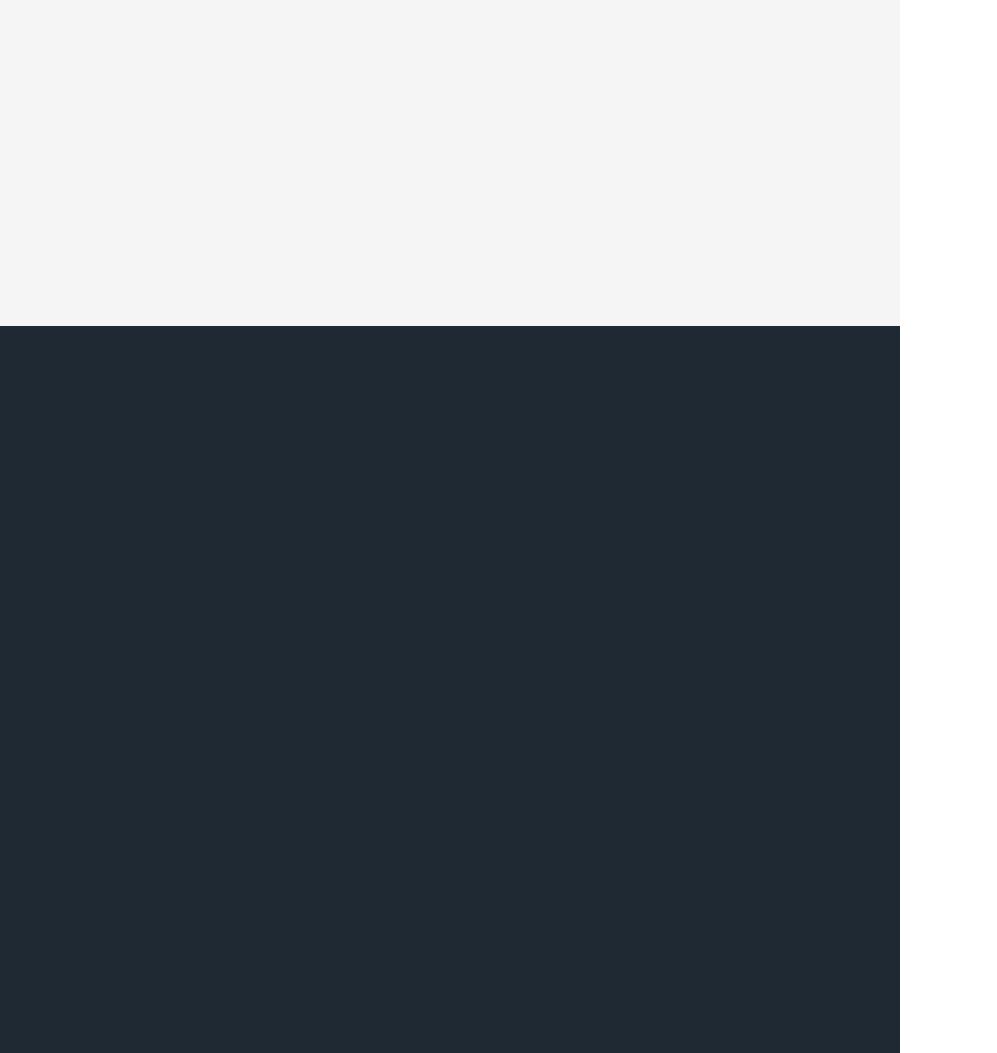 The width and height of the screenshot is (997, 1053). I want to click on 'Follow TechSpot', so click(586, 813).